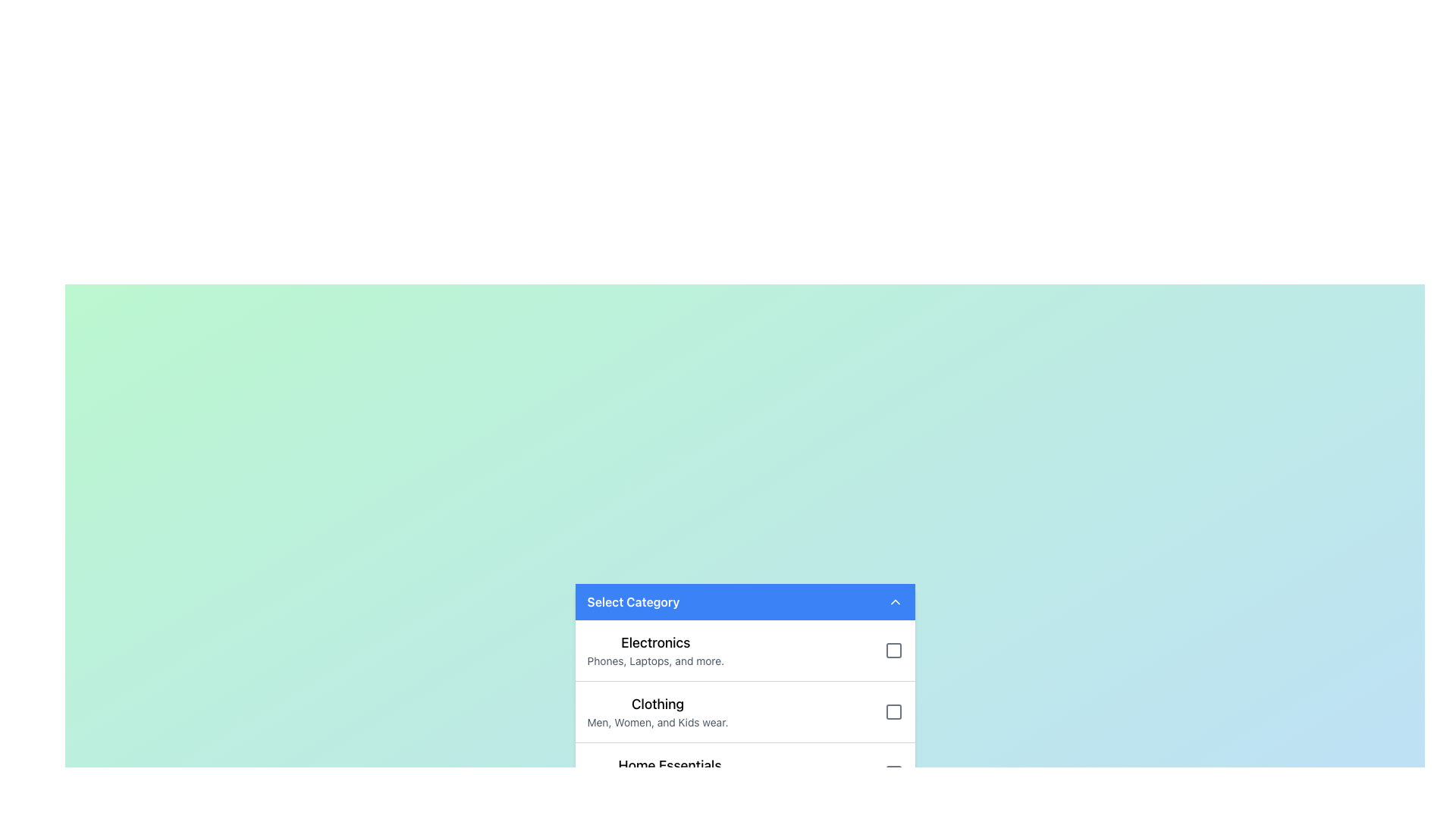 This screenshot has width=1456, height=819. What do you see at coordinates (893, 773) in the screenshot?
I see `the small square-shaped SVG icon located in the bottom-right corner of the 'Home Essentials' list item` at bounding box center [893, 773].